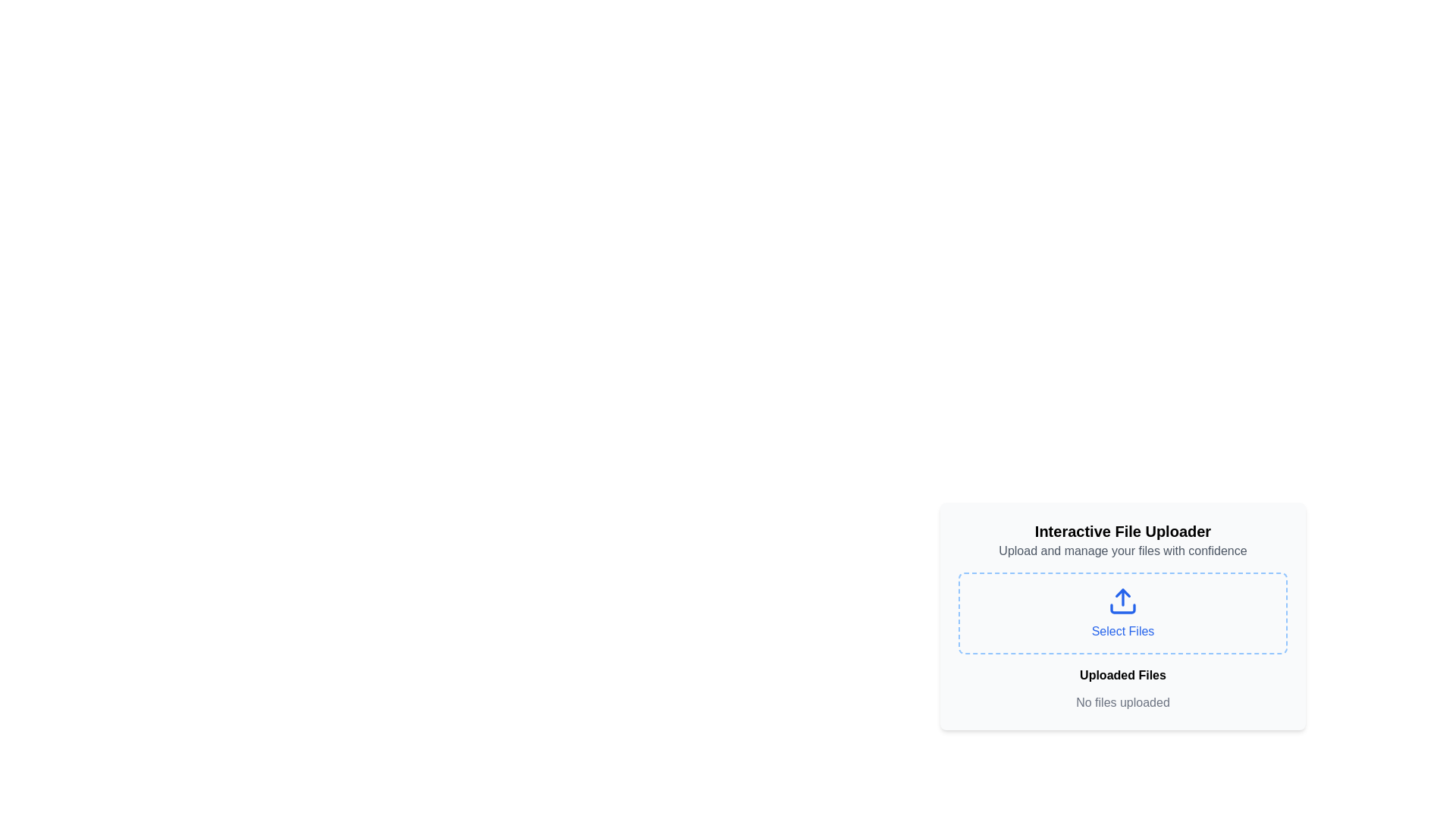  I want to click on the 'Select Files' button located centrally below the header 'Interactive File Uploader', so click(1123, 613).